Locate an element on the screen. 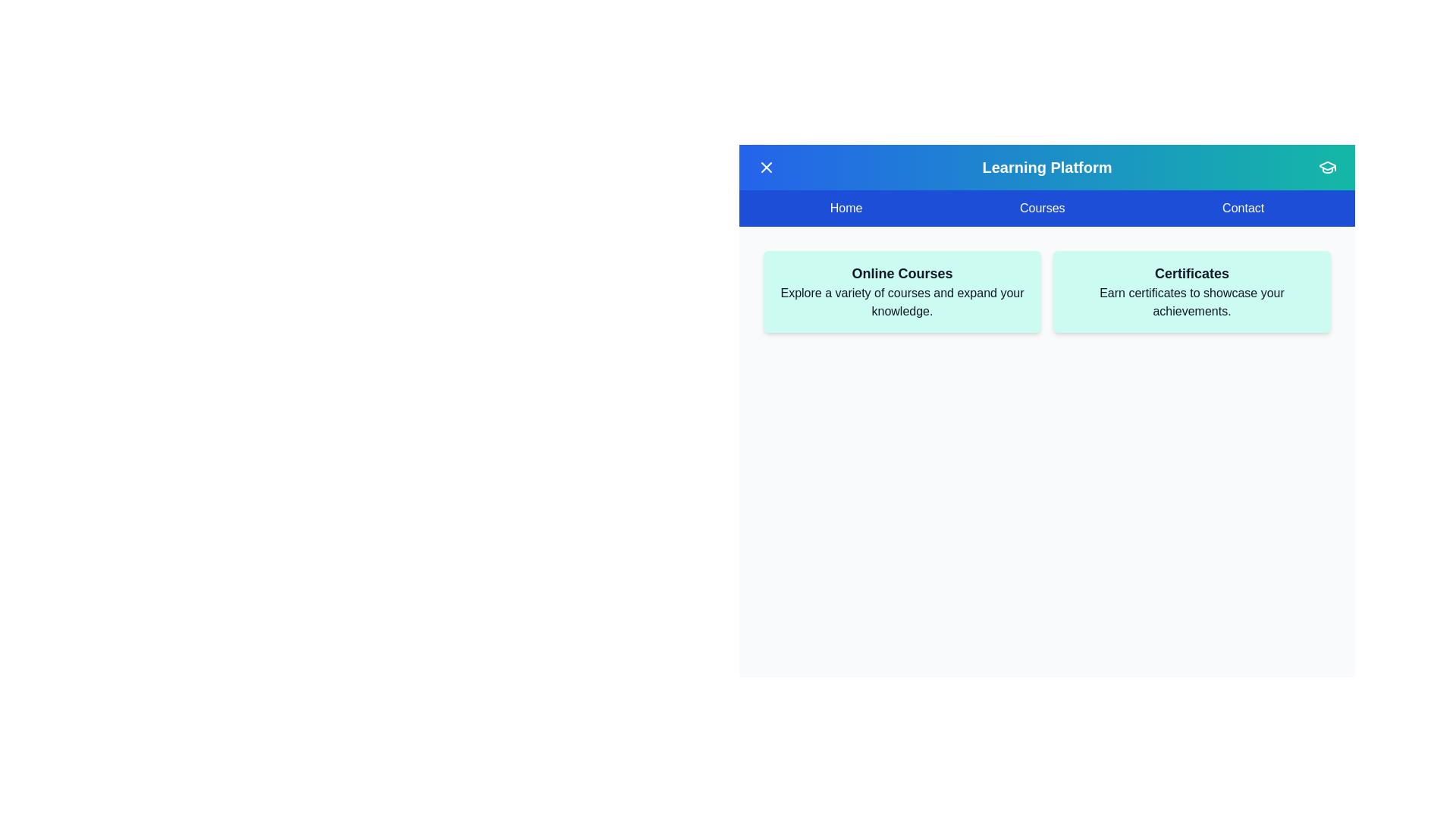 This screenshot has height=819, width=1456. the 'Home' menu item to navigate to the Home page is located at coordinates (846, 208).